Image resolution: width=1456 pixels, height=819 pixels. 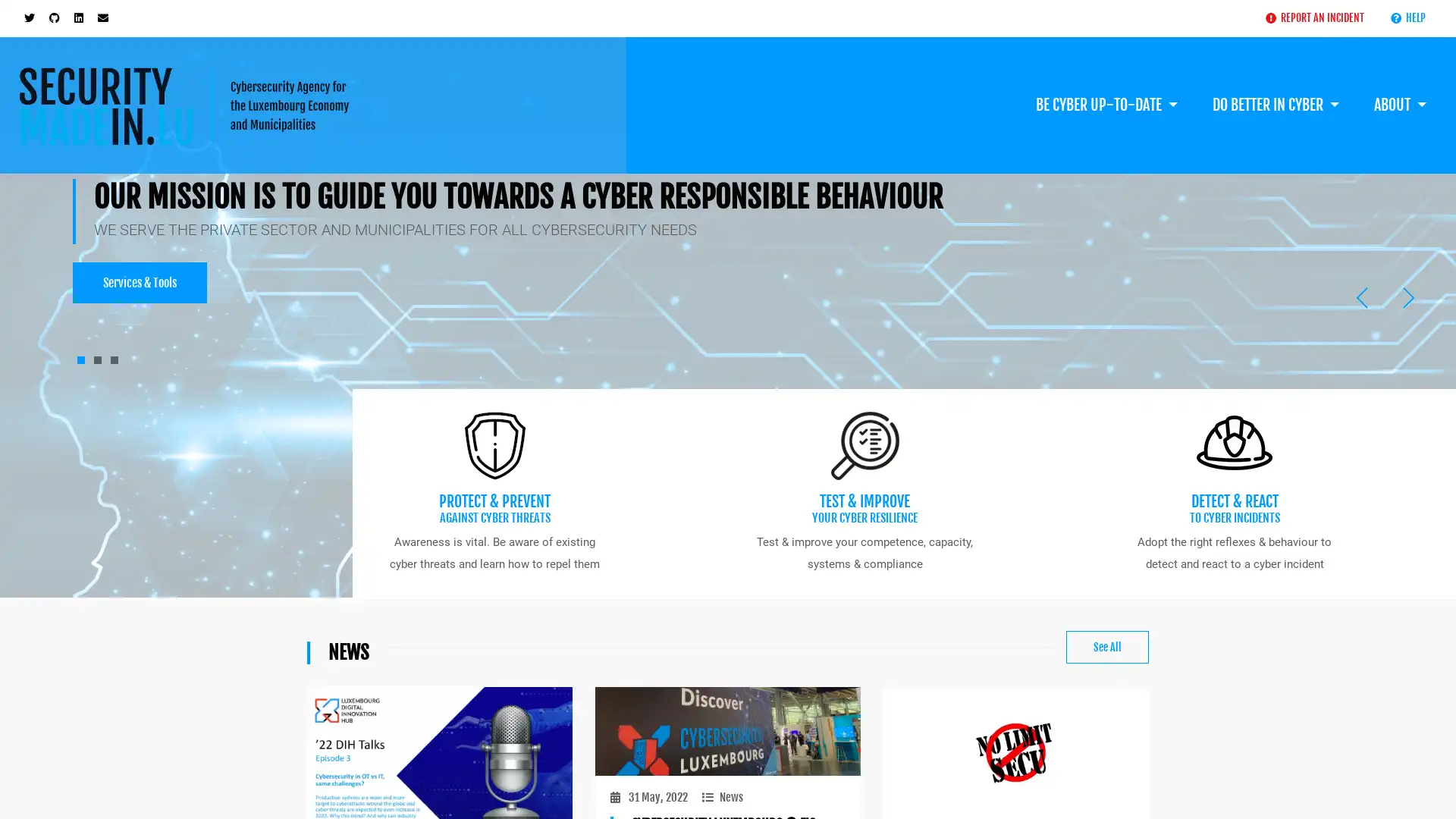 What do you see at coordinates (1106, 82) in the screenshot?
I see `BE CYBER UP-TO-DATE` at bounding box center [1106, 82].